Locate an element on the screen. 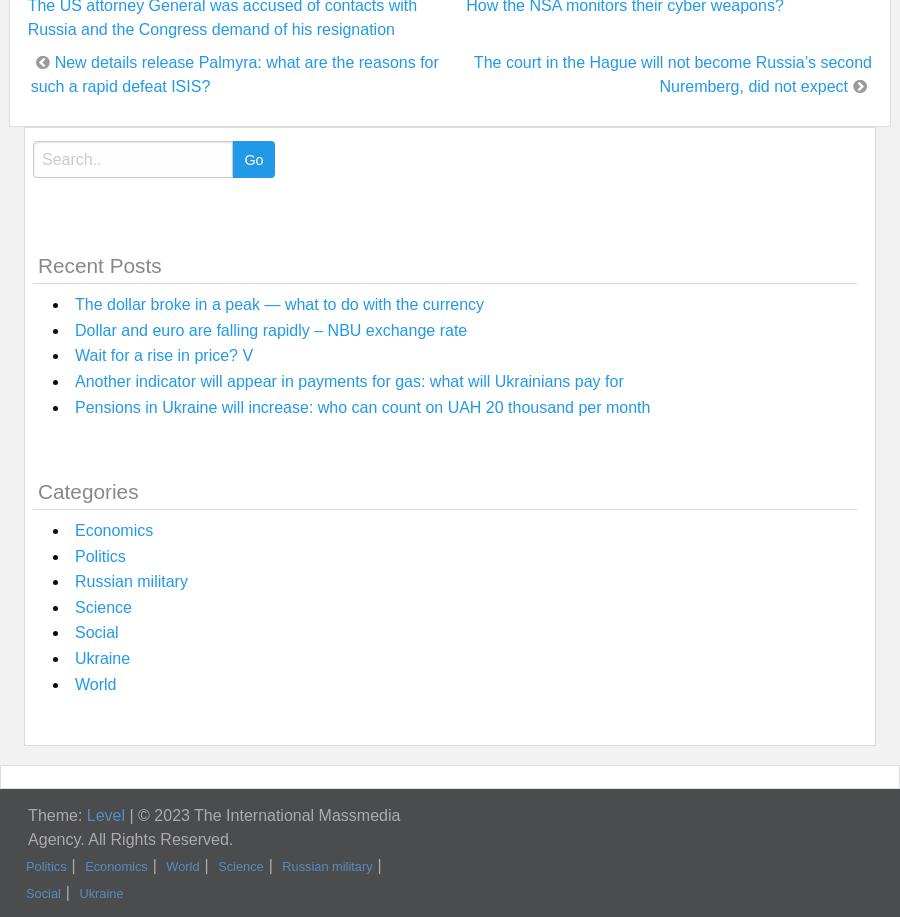 This screenshot has height=917, width=900. 'Recent Posts' is located at coordinates (98, 265).